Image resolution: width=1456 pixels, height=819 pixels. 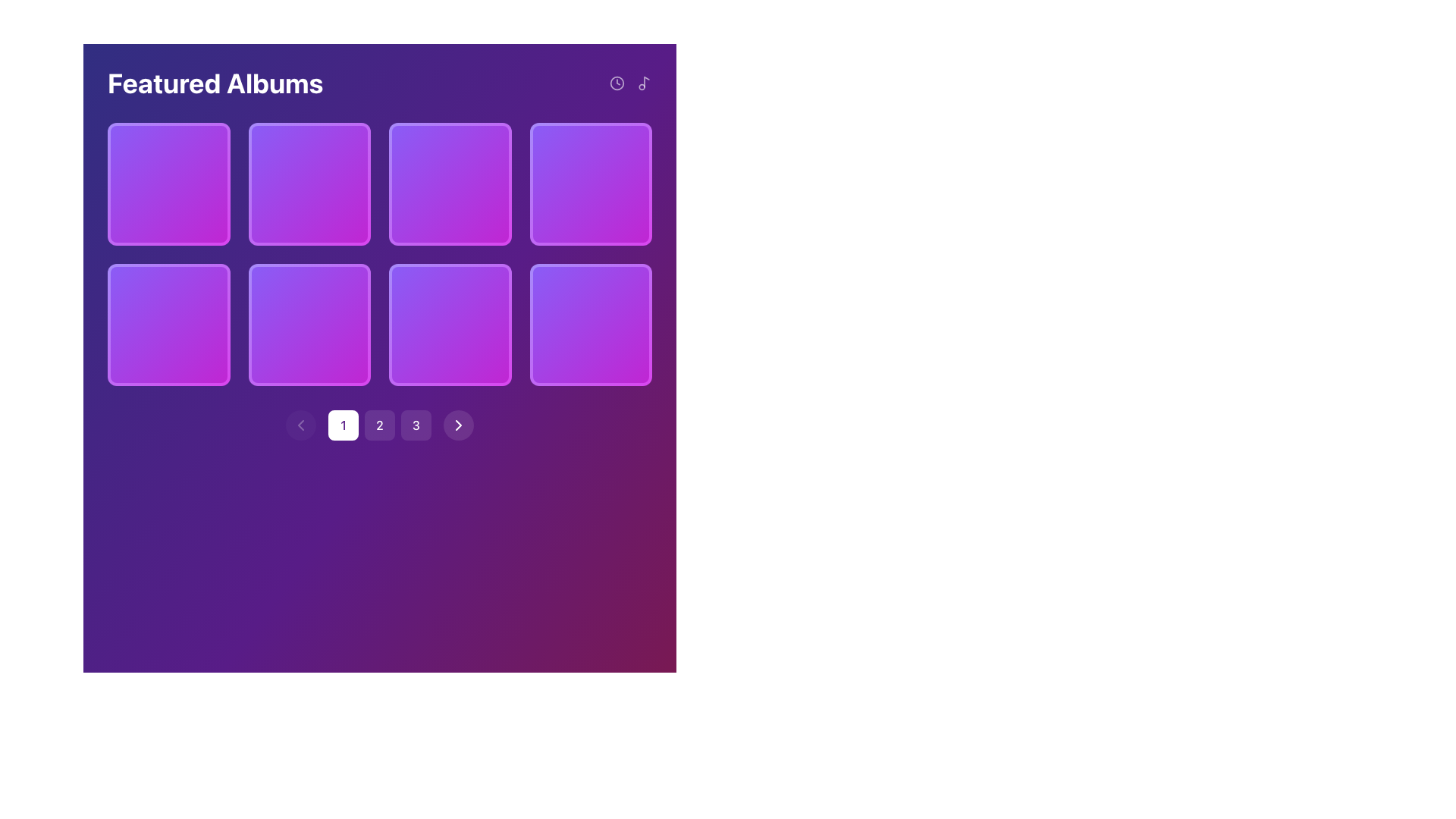 What do you see at coordinates (623, 292) in the screenshot?
I see `the favorite button located in the top-right corner of the fourth item in the second row of the grid layout` at bounding box center [623, 292].